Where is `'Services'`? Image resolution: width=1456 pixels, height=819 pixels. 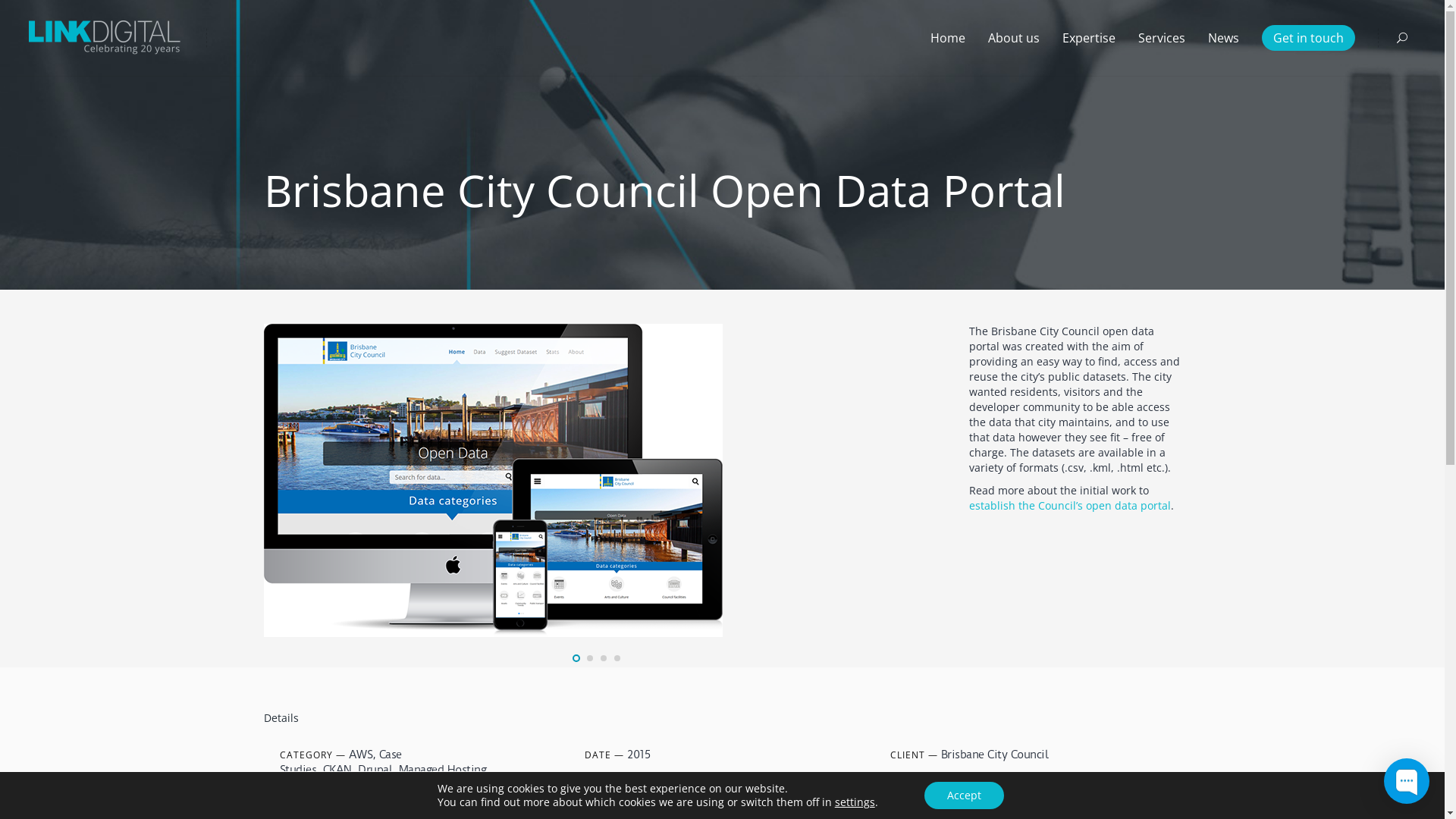 'Services' is located at coordinates (1127, 37).